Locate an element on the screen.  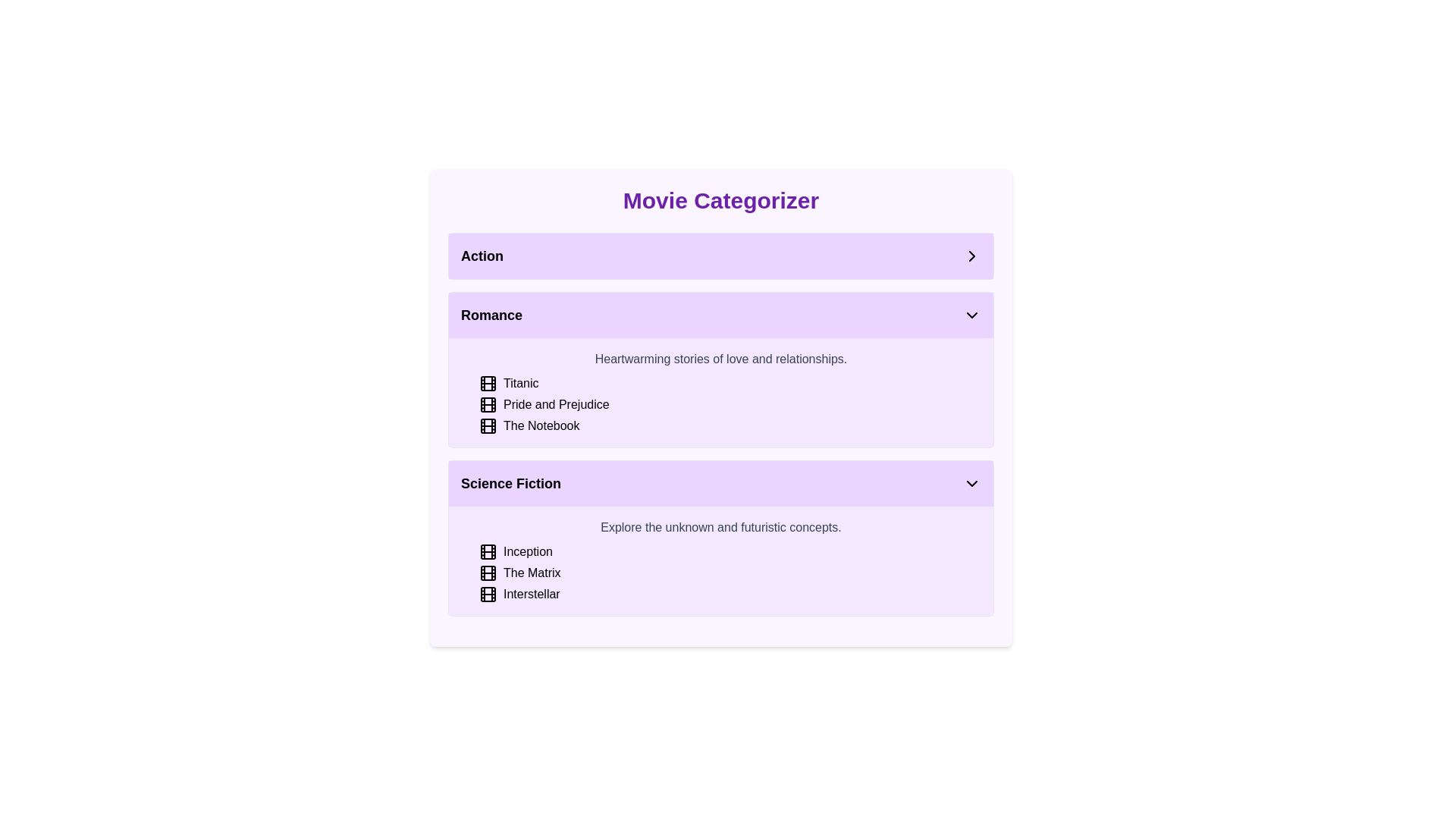
the static text label displaying 'Heartwarming stories of love and relationships.' which is located in the 'Romance' section above the list of items is located at coordinates (720, 359).